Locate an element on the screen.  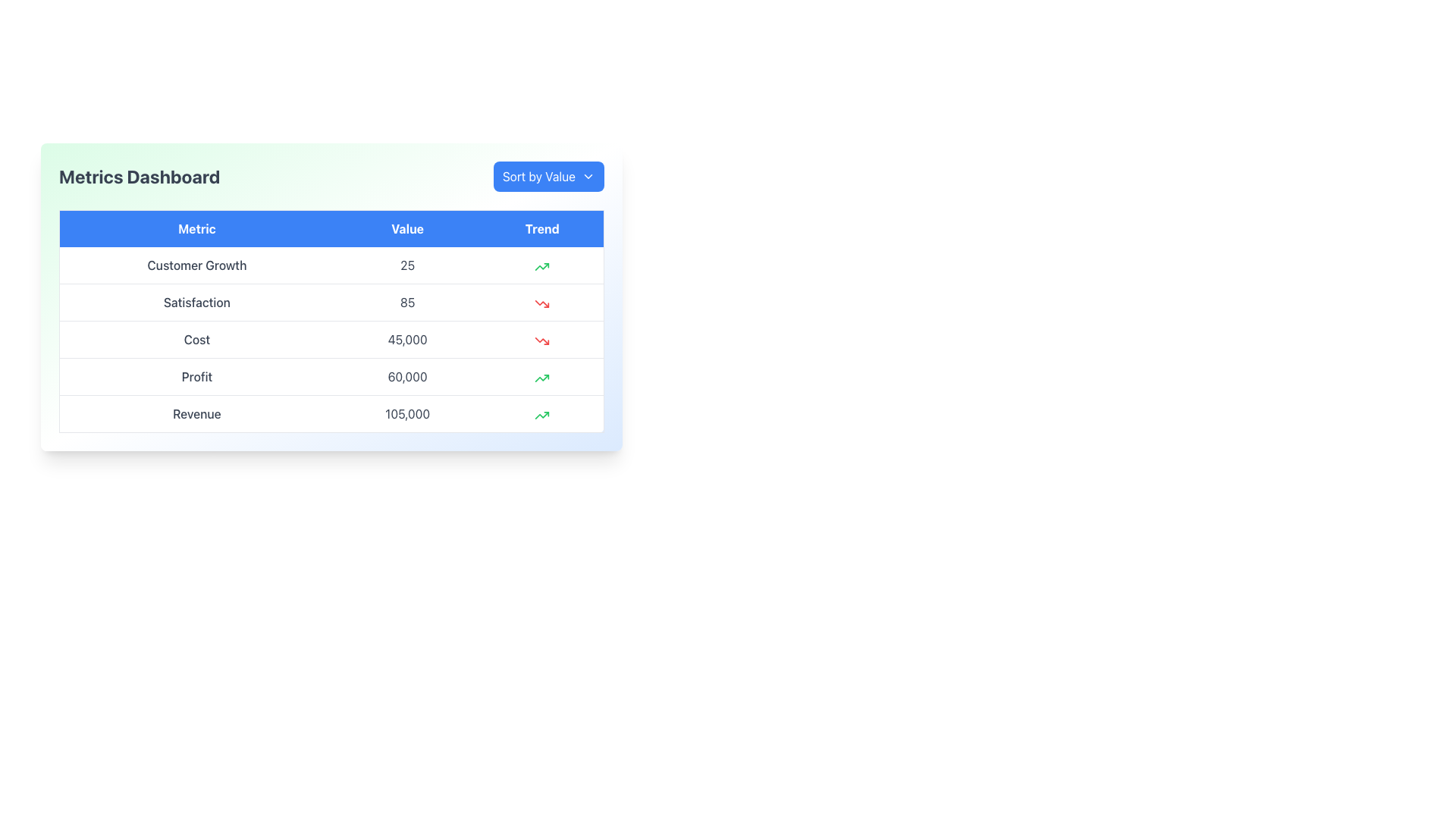
the Table Header labeled 'Metric' which is the first column header in the data table with a blue background and bold white font is located at coordinates (196, 228).